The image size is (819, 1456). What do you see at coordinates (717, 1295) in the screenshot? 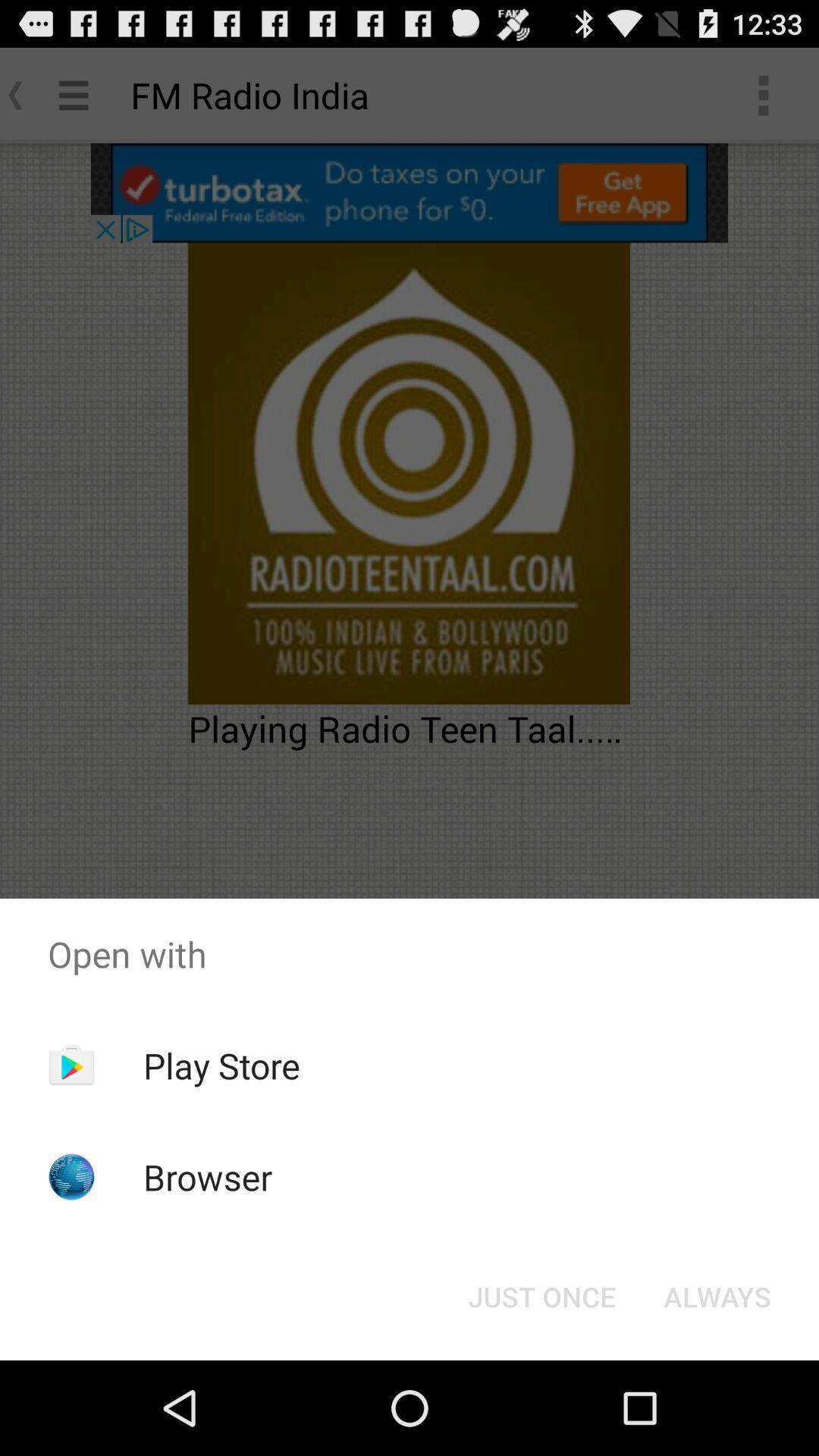
I see `always button` at bounding box center [717, 1295].